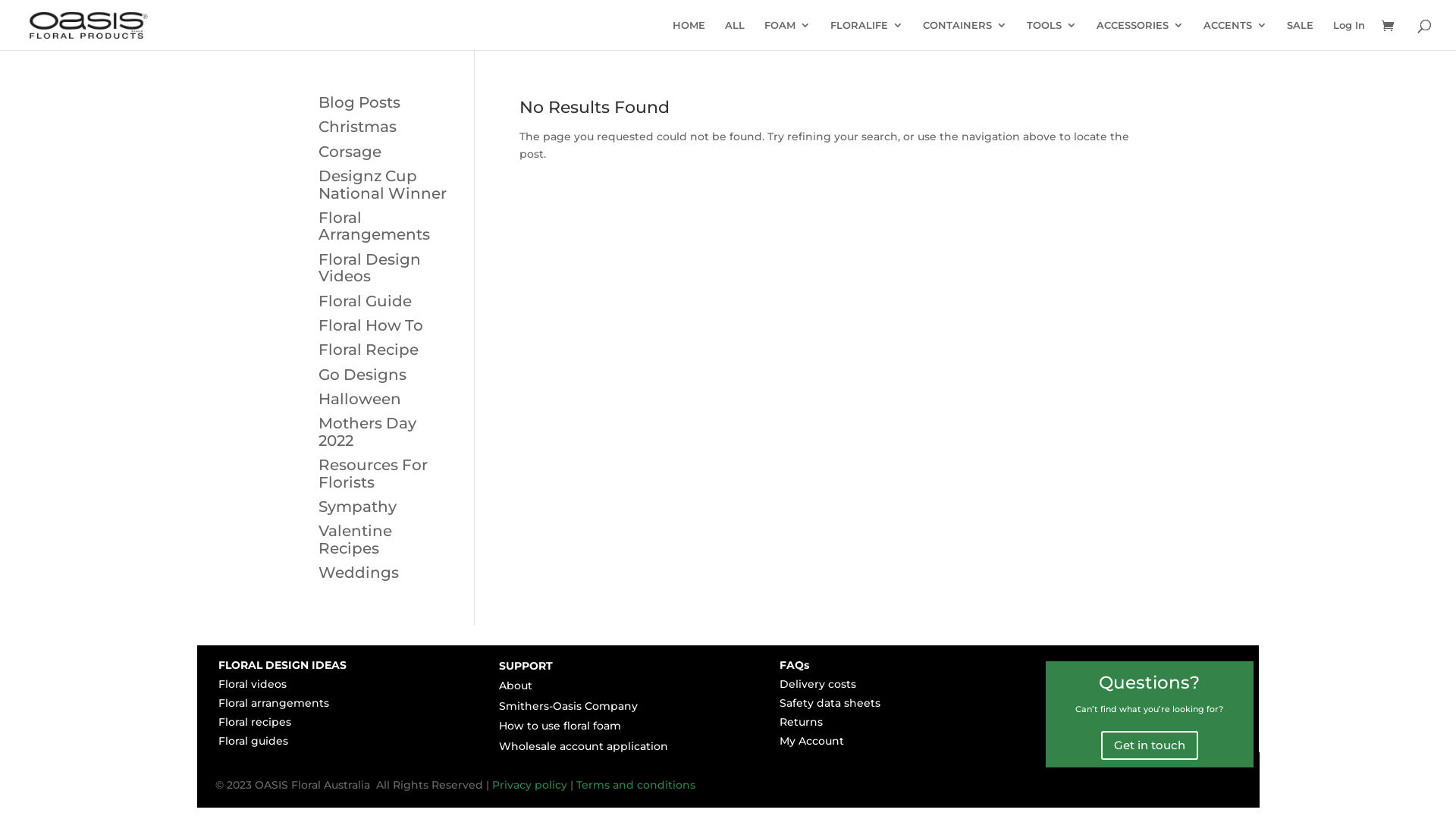  Describe the element at coordinates (1235, 34) in the screenshot. I see `'ACCENTS'` at that location.